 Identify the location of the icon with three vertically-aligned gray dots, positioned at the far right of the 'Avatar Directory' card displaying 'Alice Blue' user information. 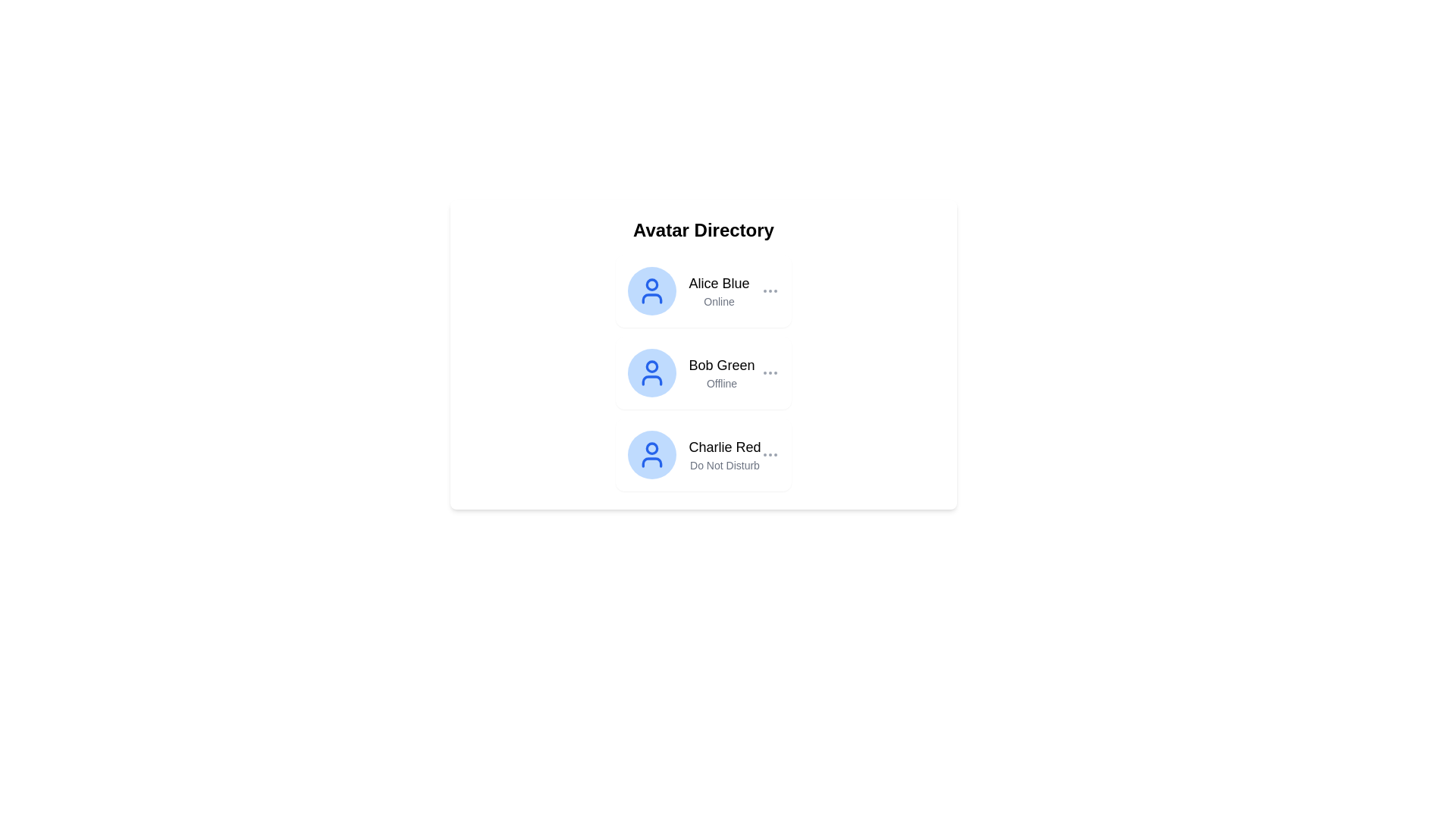
(770, 291).